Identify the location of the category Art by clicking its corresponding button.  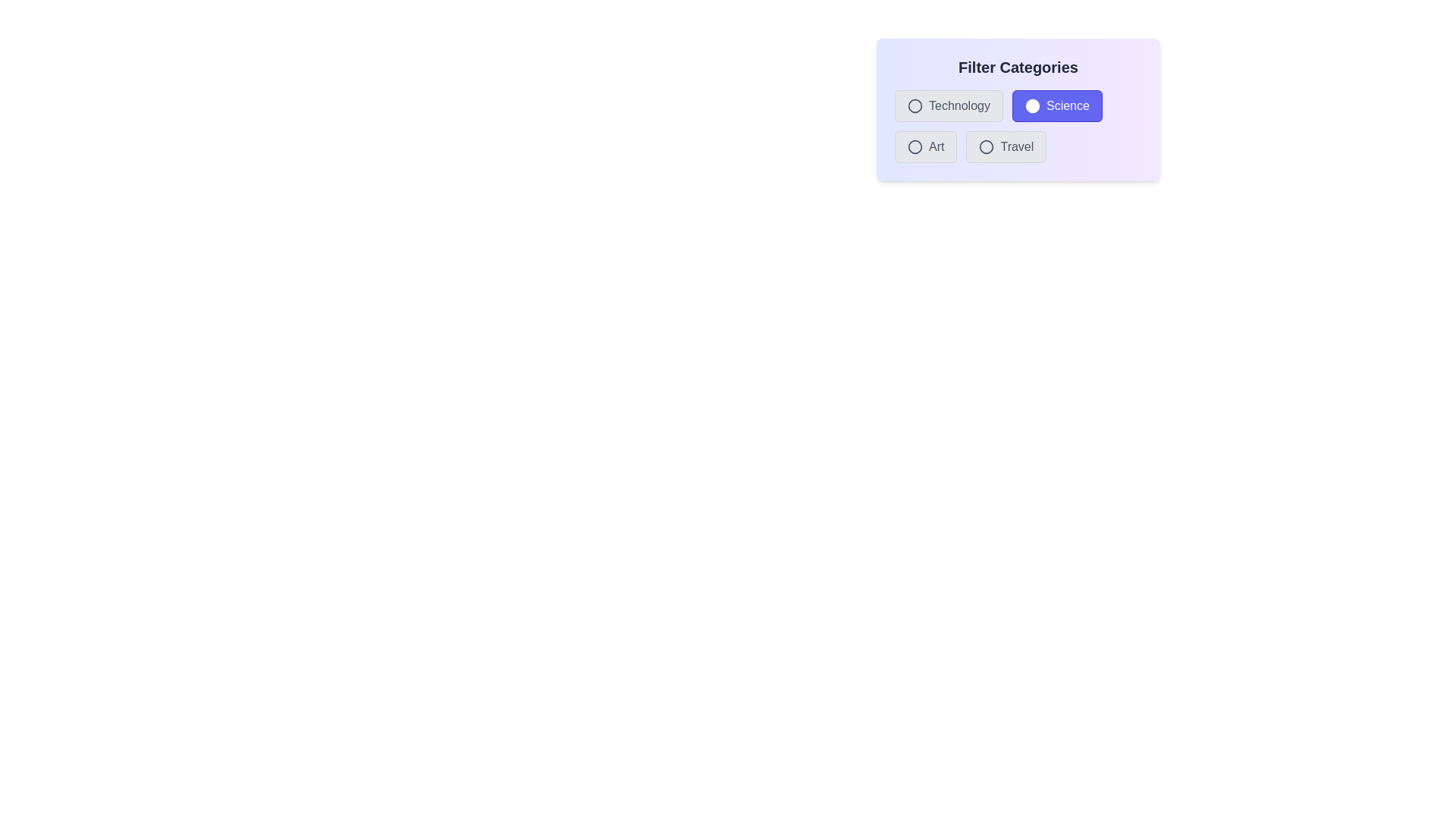
(924, 146).